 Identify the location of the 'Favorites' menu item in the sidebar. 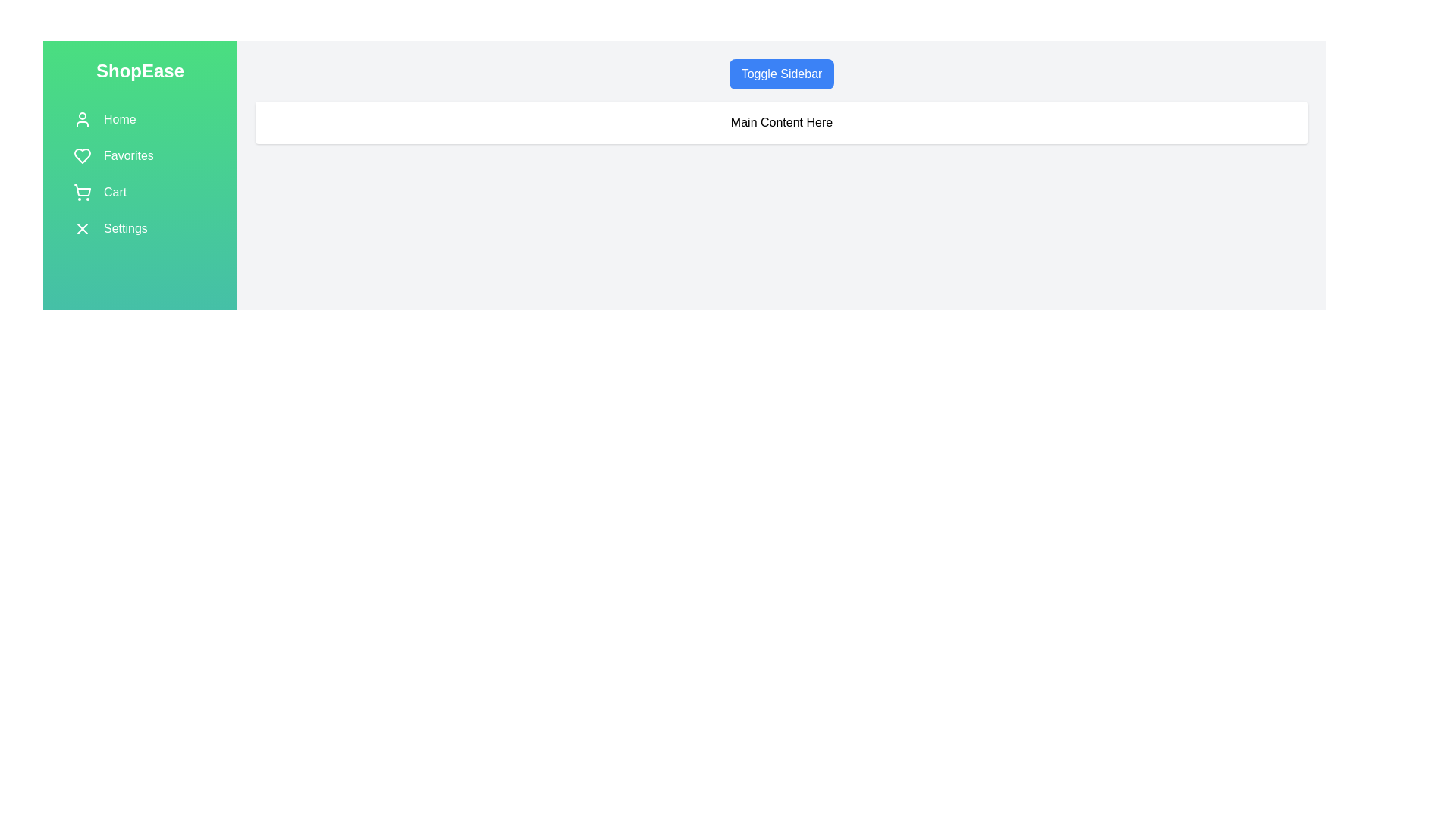
(140, 155).